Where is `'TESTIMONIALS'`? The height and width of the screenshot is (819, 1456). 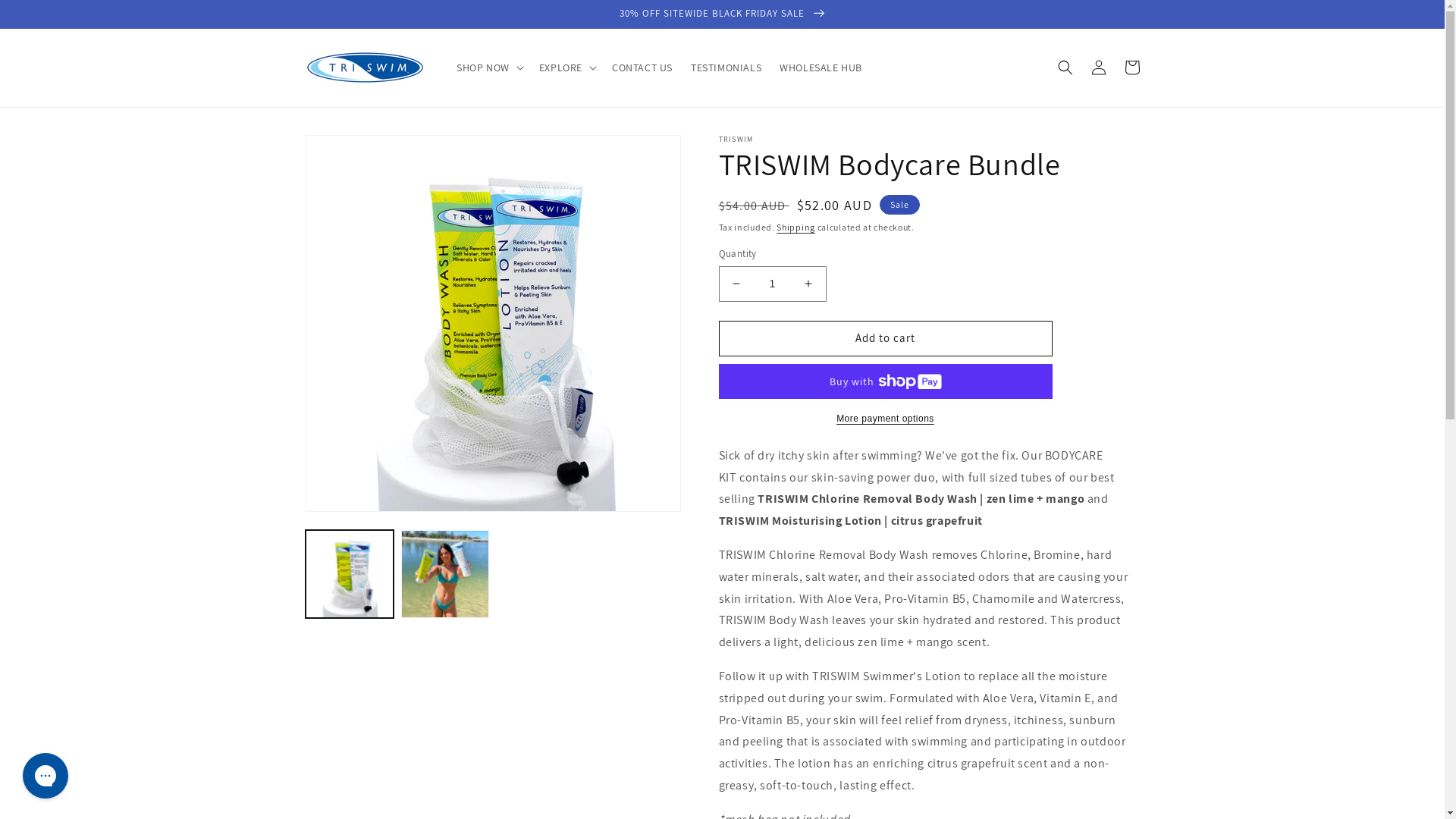
'TESTIMONIALS' is located at coordinates (725, 66).